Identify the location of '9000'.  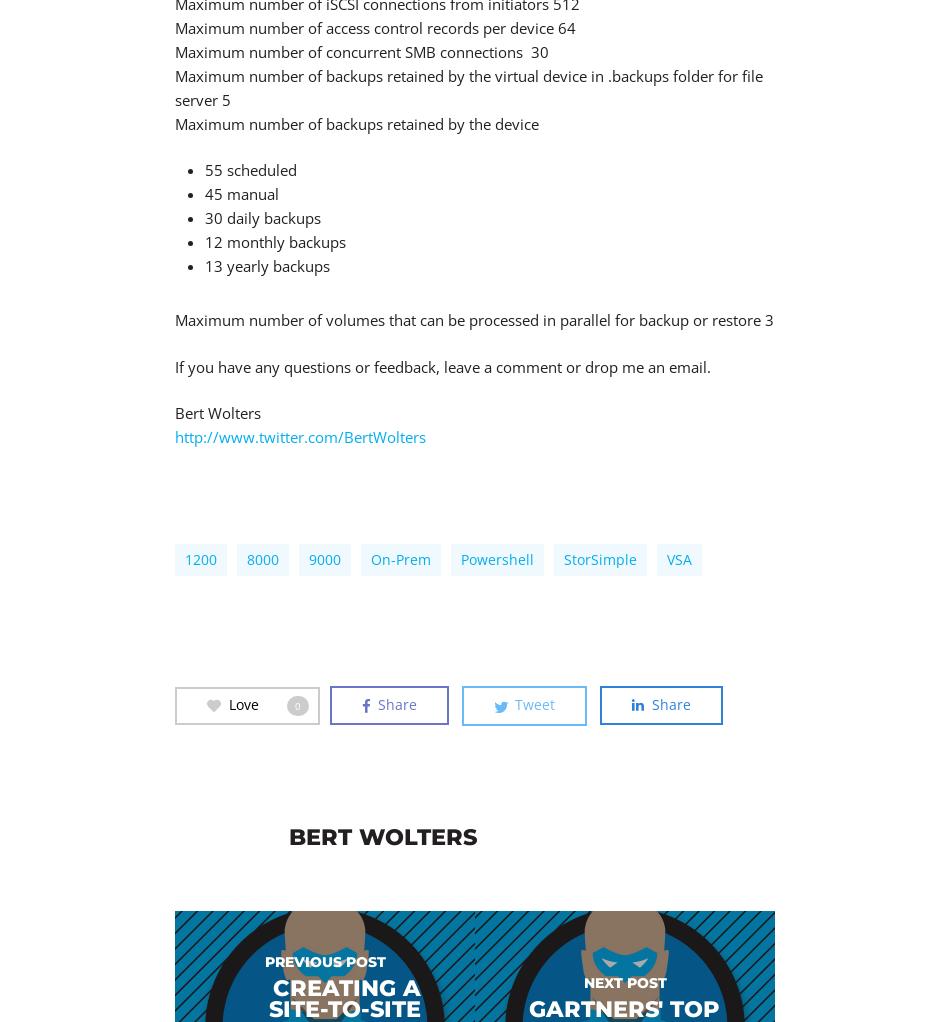
(308, 559).